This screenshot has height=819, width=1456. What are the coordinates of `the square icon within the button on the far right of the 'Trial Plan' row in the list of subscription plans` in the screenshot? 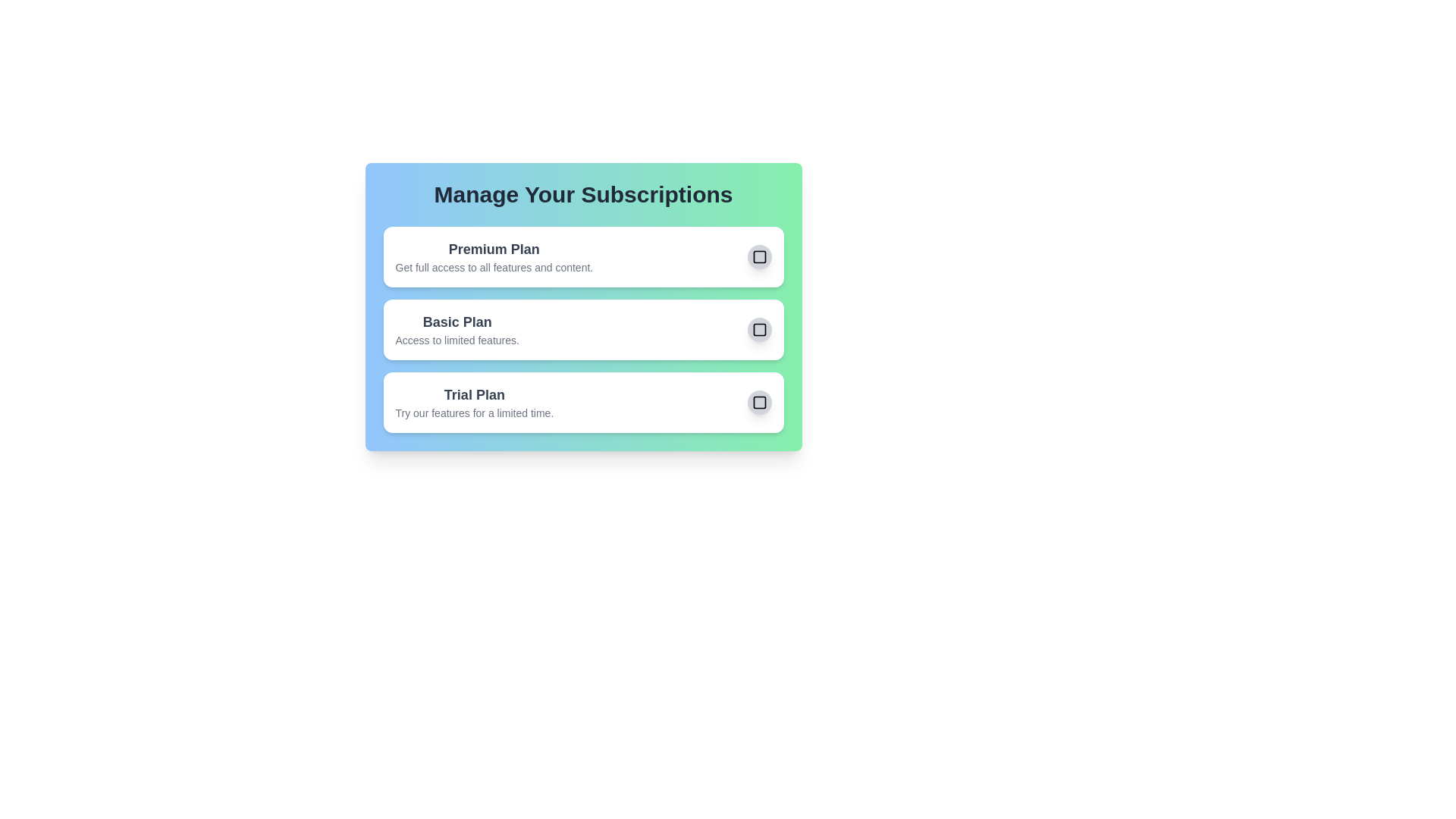 It's located at (759, 402).